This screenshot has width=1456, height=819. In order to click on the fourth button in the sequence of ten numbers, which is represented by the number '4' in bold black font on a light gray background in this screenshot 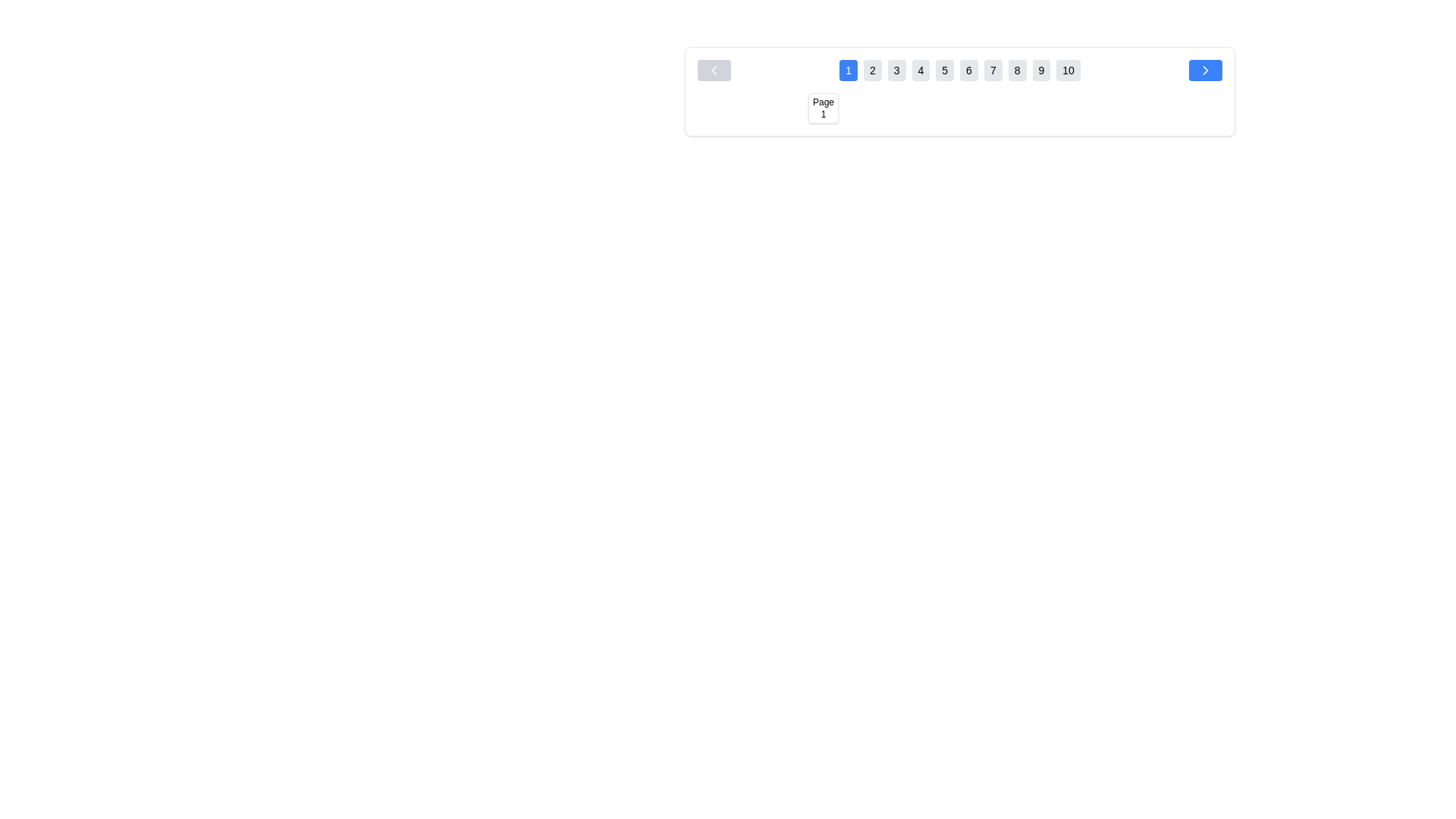, I will do `click(920, 70)`.